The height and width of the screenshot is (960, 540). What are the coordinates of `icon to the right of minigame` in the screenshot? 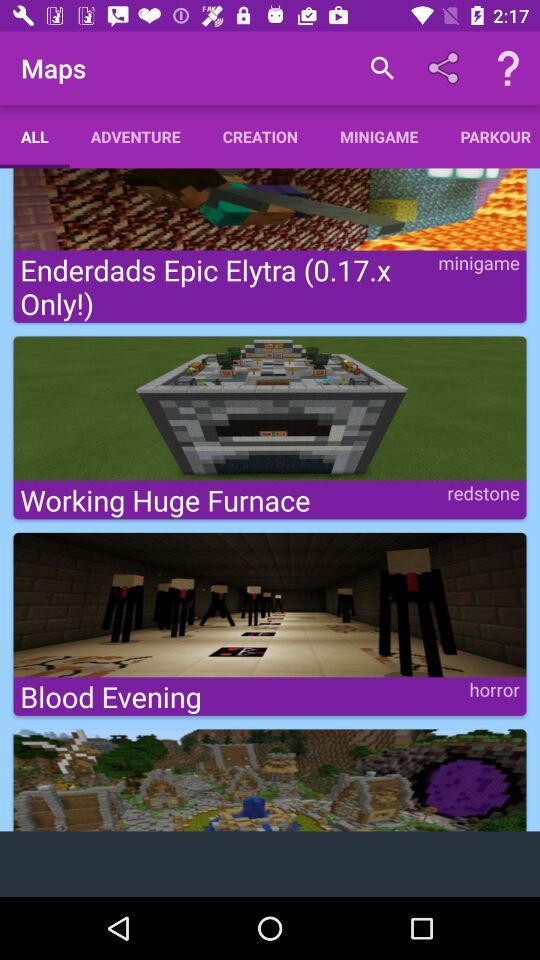 It's located at (488, 135).